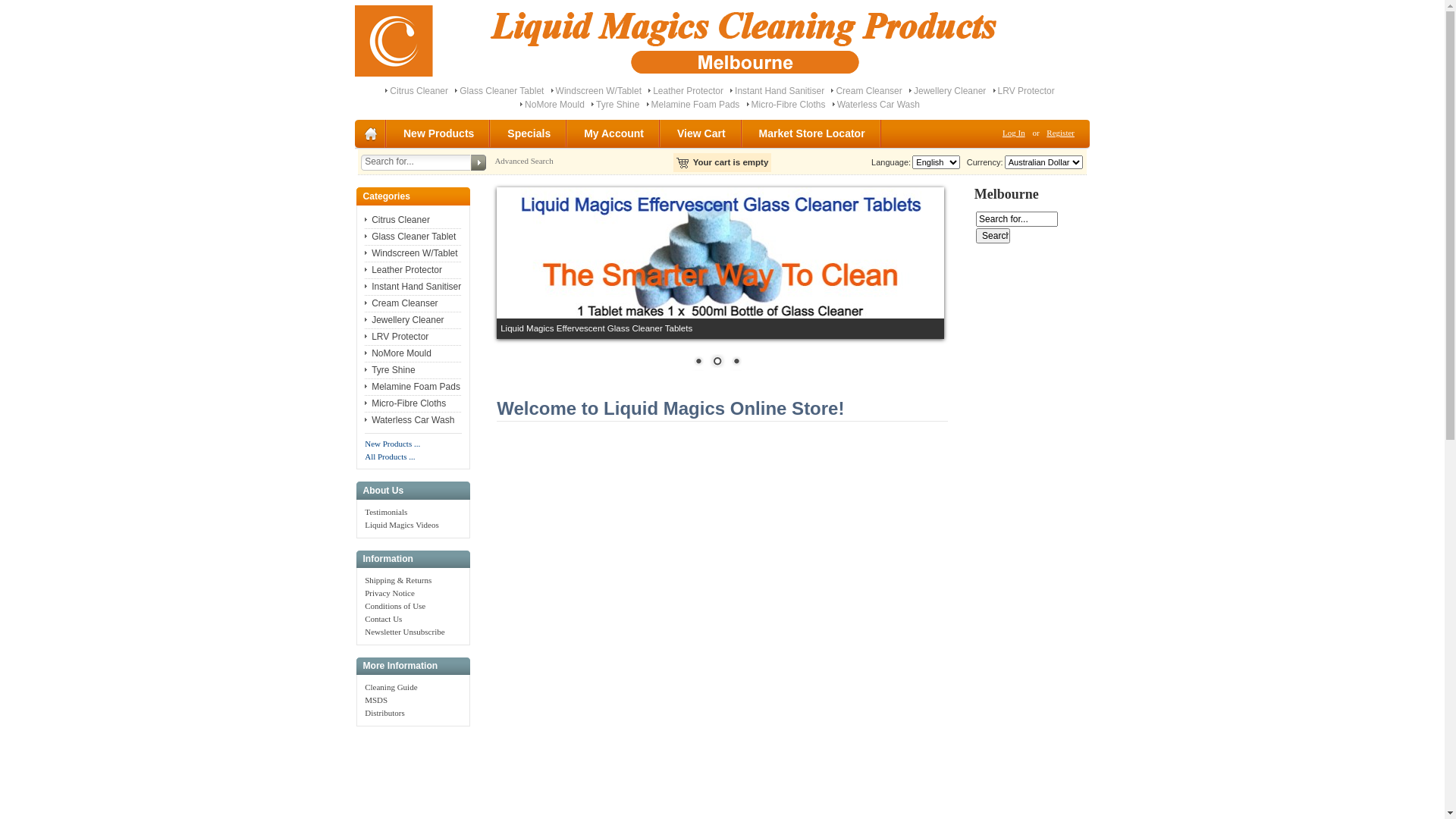 This screenshot has height=819, width=1456. I want to click on 'Tyre Shine', so click(389, 370).